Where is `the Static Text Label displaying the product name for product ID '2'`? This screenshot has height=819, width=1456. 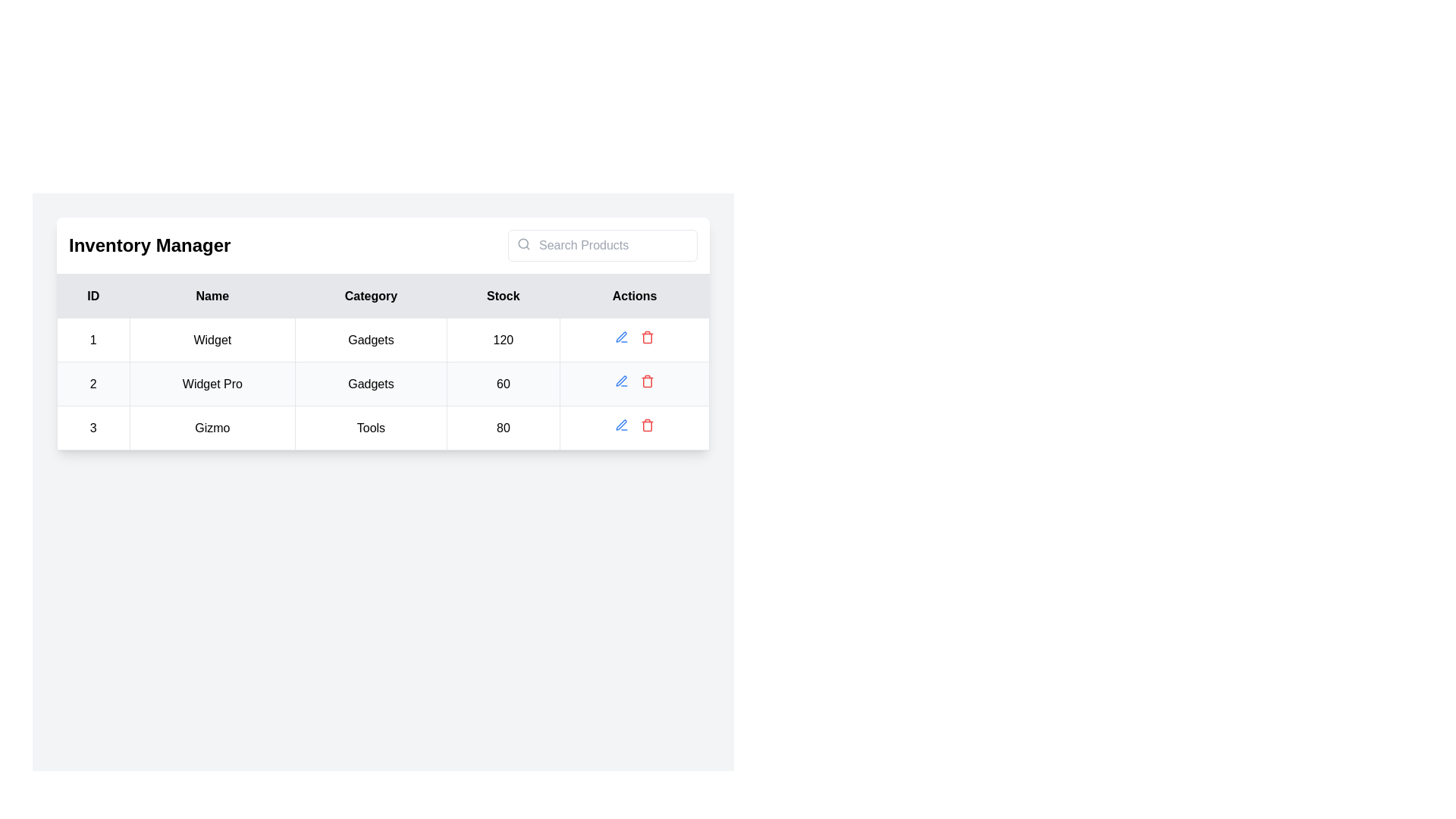
the Static Text Label displaying the product name for product ID '2' is located at coordinates (212, 383).